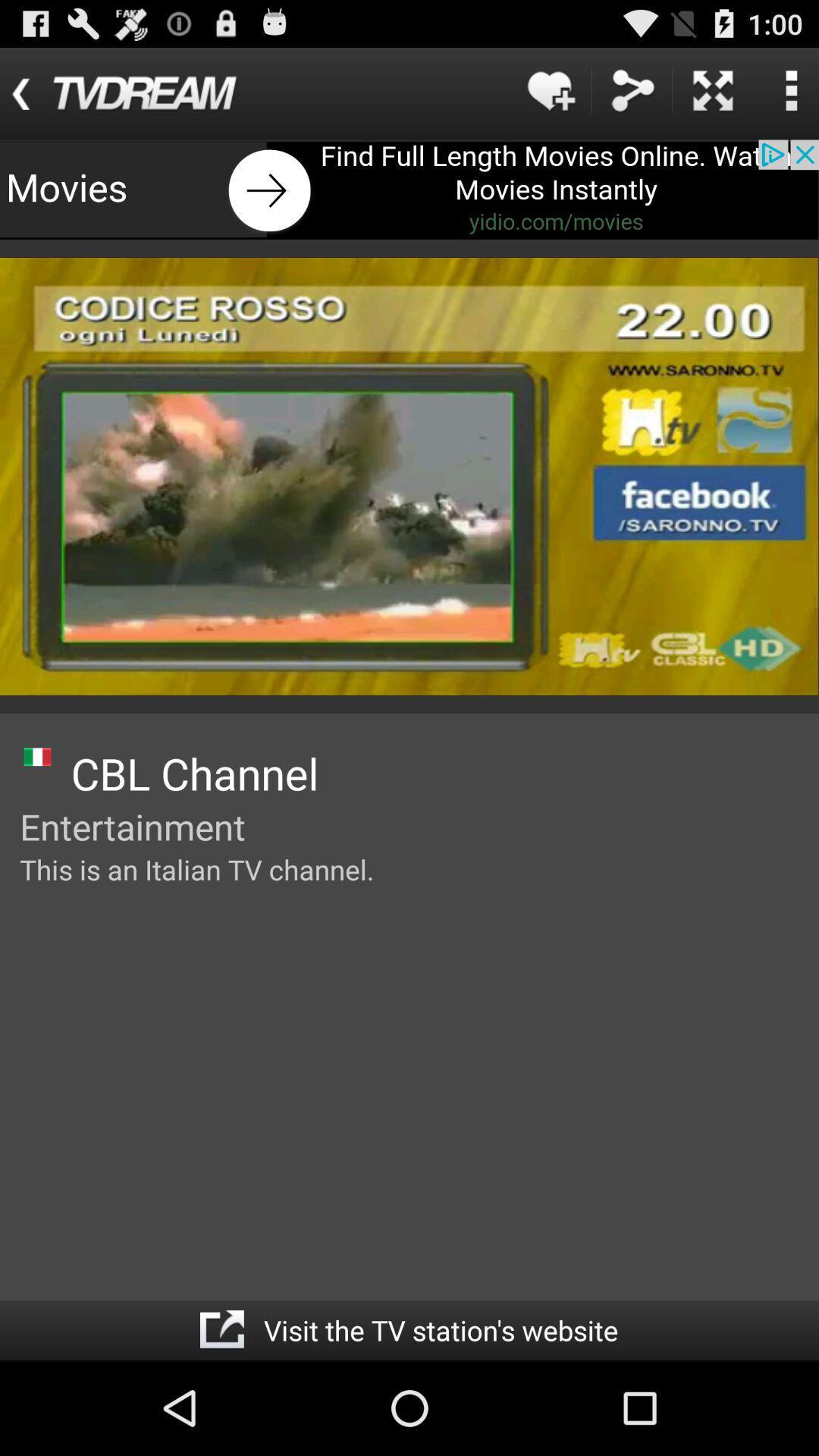 This screenshot has height=1456, width=819. Describe the element at coordinates (632, 89) in the screenshot. I see `share to media` at that location.